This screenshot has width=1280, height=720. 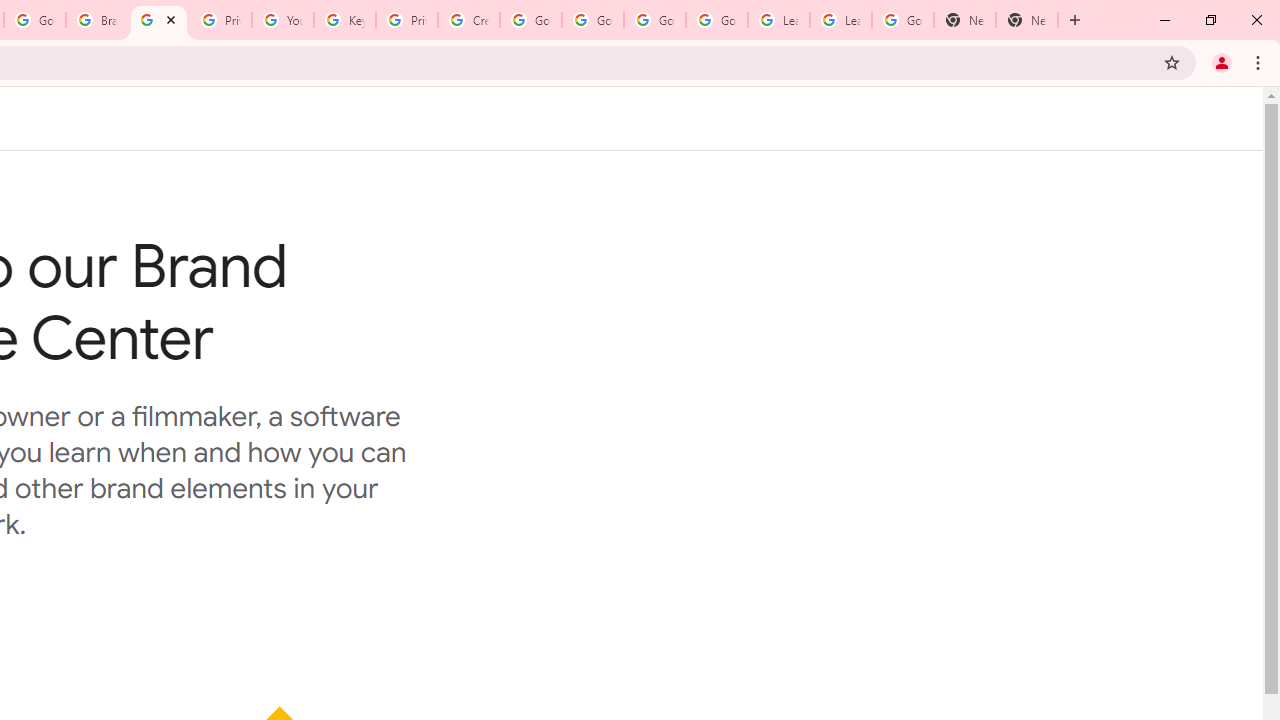 I want to click on 'Bookmark this tab', so click(x=1171, y=61).